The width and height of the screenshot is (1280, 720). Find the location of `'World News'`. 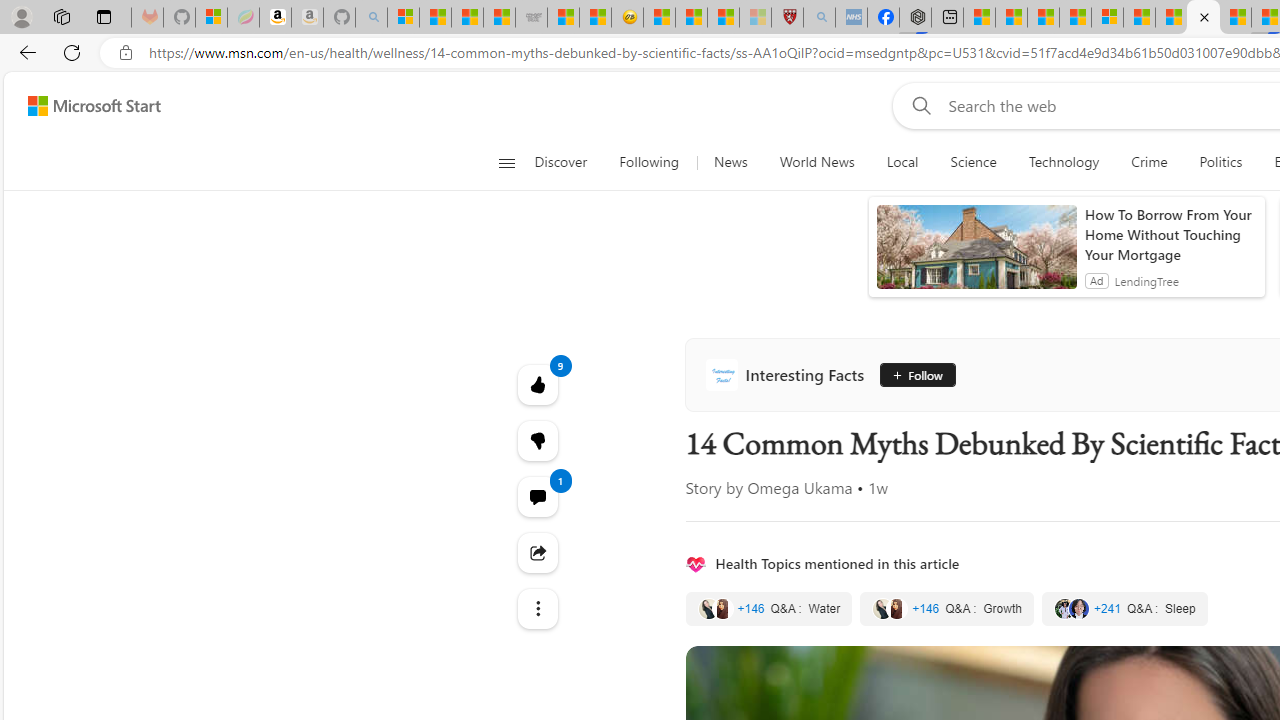

'World News' is located at coordinates (817, 162).